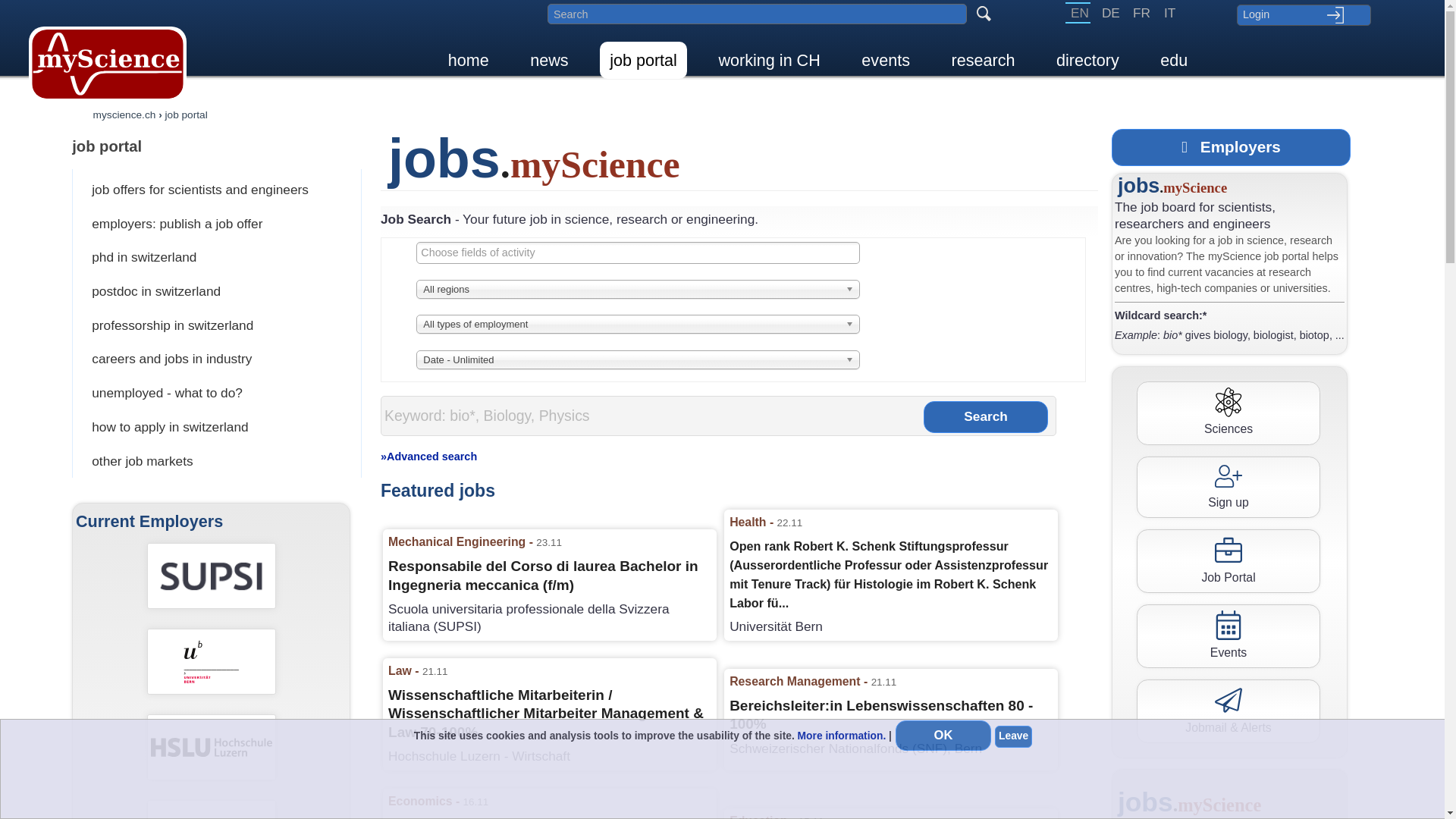 Image resolution: width=1456 pixels, height=819 pixels. What do you see at coordinates (1077, 12) in the screenshot?
I see `'EN'` at bounding box center [1077, 12].